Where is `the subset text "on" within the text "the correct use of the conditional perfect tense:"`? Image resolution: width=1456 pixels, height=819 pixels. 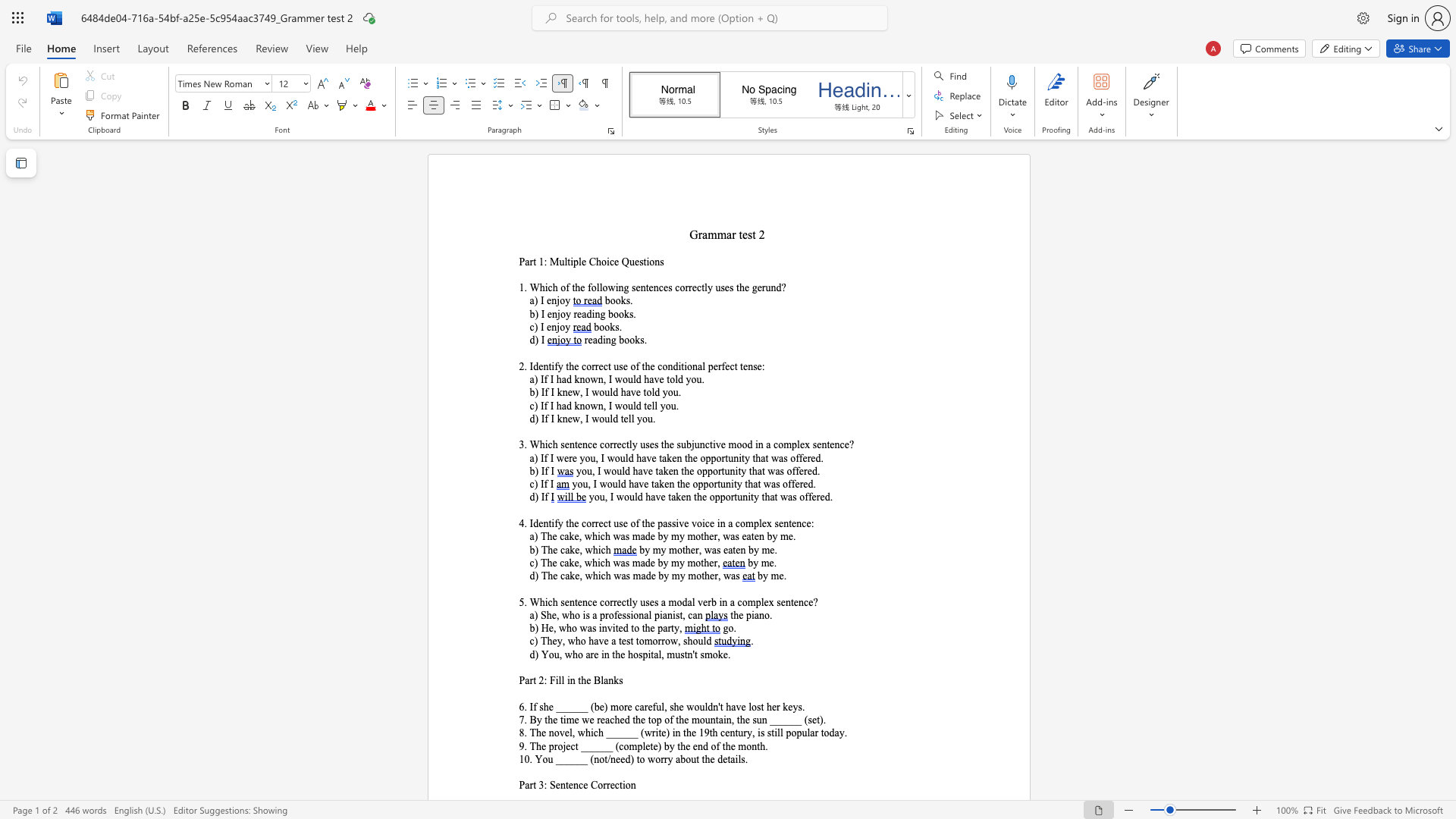 the subset text "on" within the text "the correct use of the conditional perfect tense:" is located at coordinates (662, 366).